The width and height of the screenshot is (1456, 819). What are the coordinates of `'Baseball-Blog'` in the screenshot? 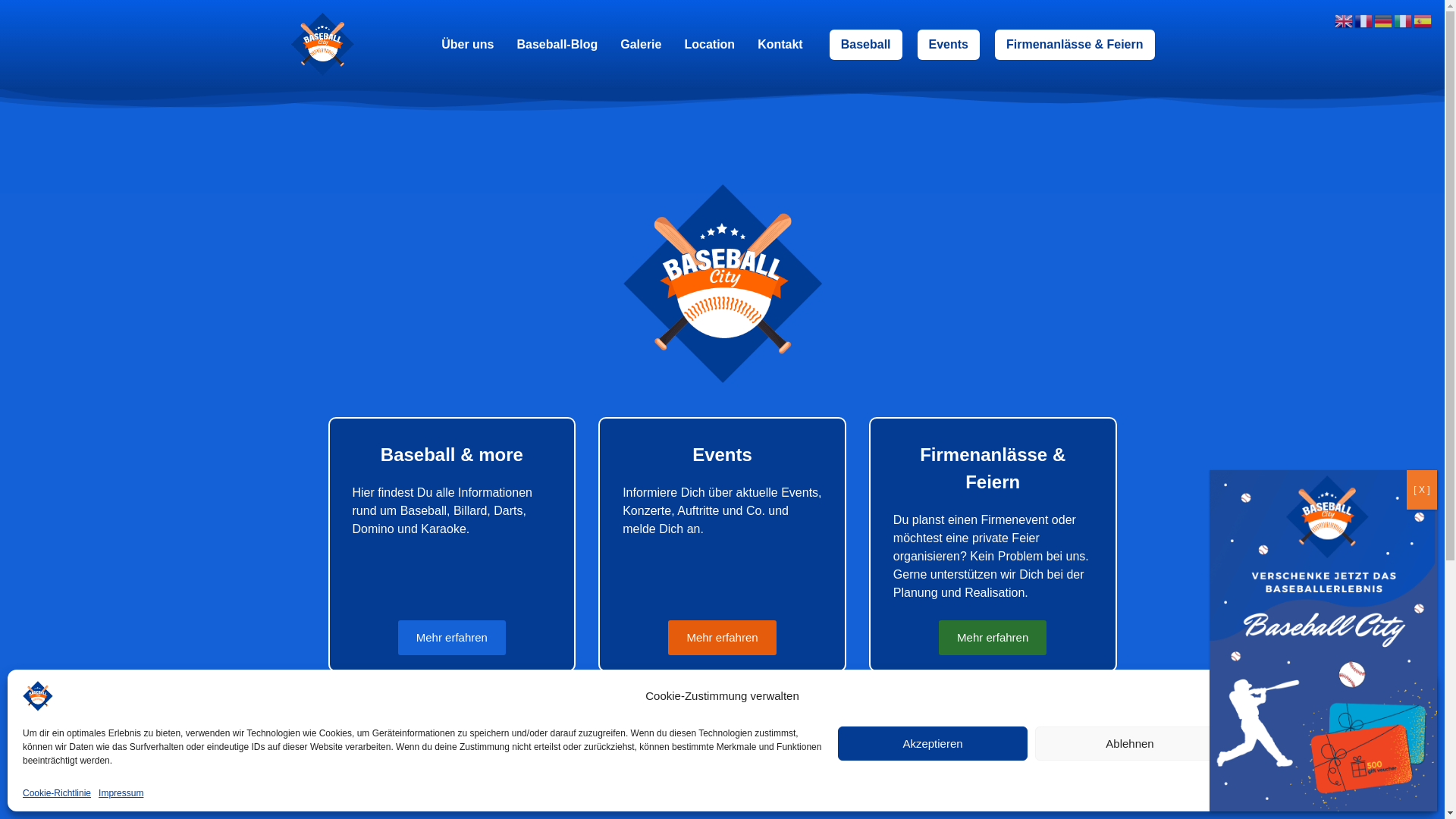 It's located at (557, 42).